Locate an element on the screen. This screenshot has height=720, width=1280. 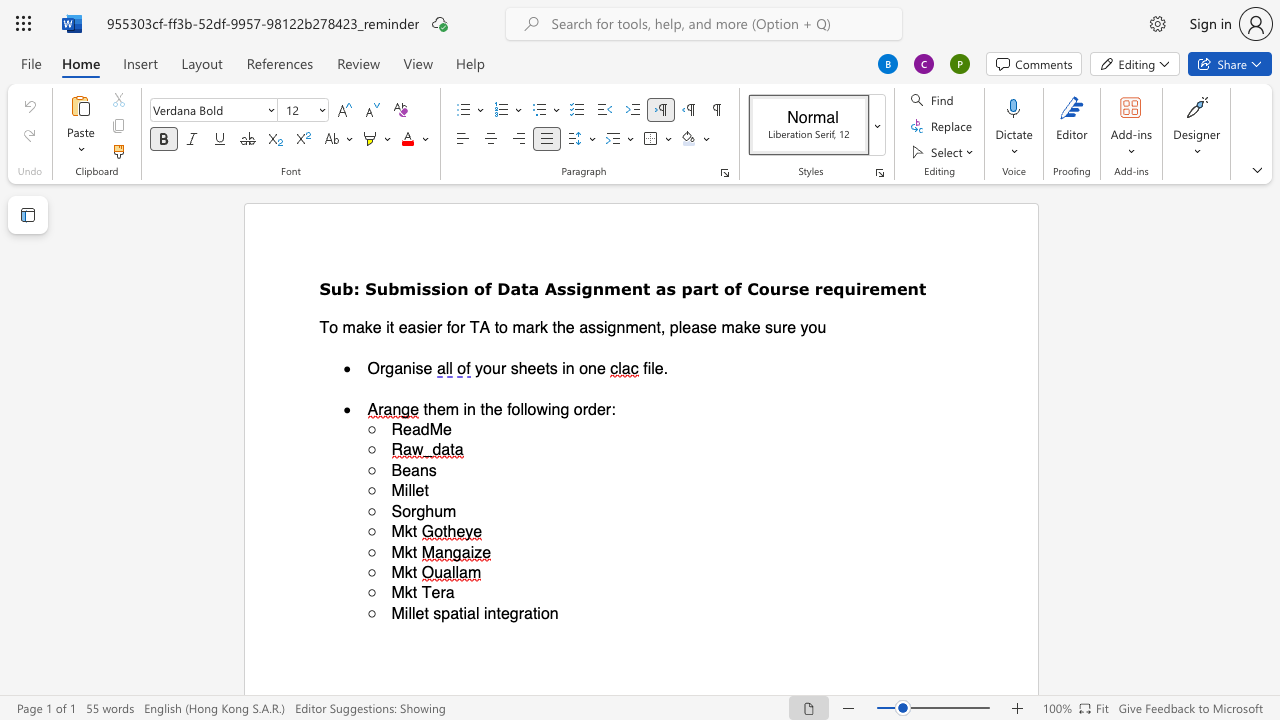
the space between the continuous character "t" and "s" in the text is located at coordinates (550, 368).